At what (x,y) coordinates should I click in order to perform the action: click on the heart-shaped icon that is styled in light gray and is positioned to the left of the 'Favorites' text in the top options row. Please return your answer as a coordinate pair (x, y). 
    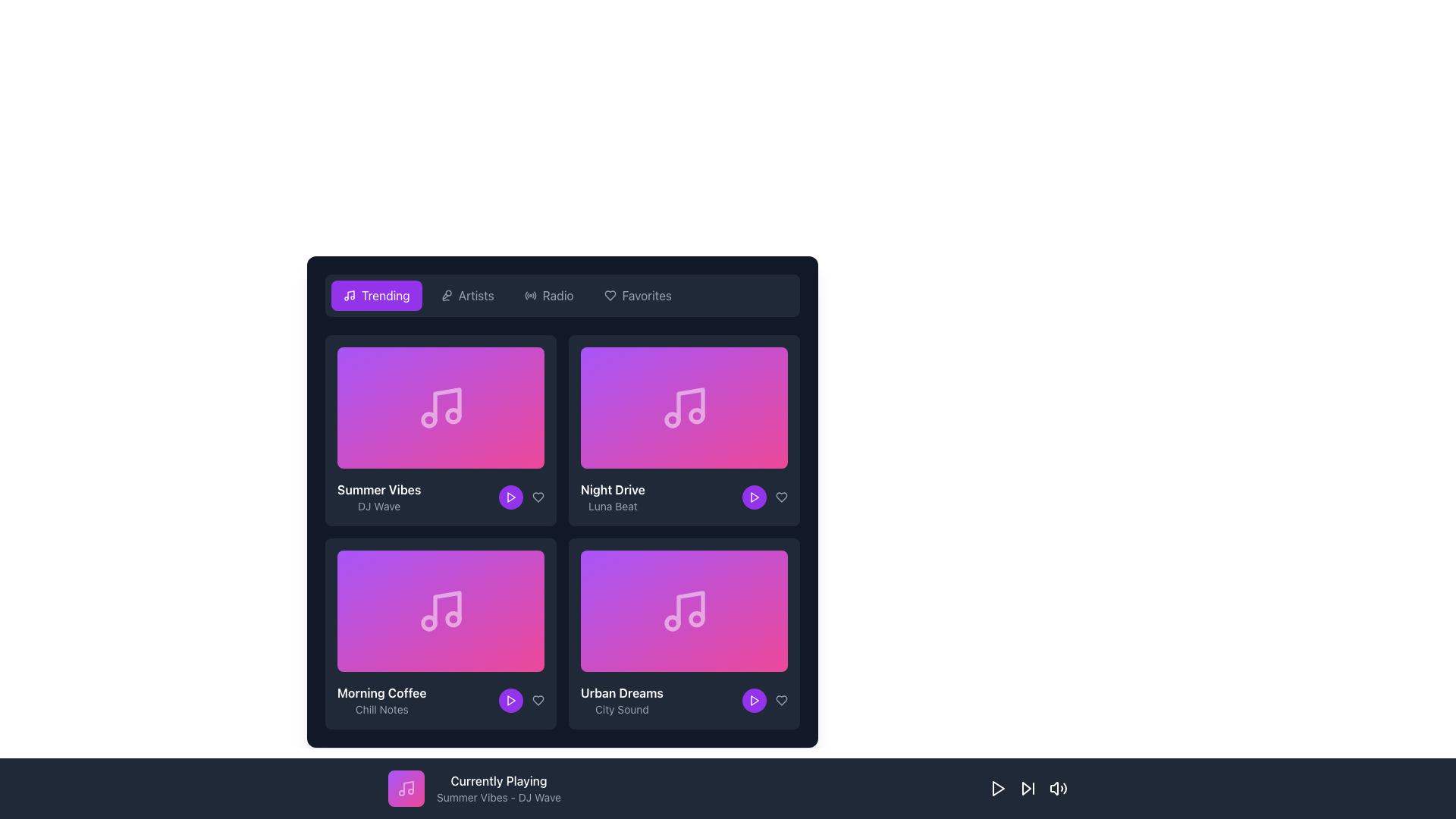
    Looking at the image, I should click on (610, 295).